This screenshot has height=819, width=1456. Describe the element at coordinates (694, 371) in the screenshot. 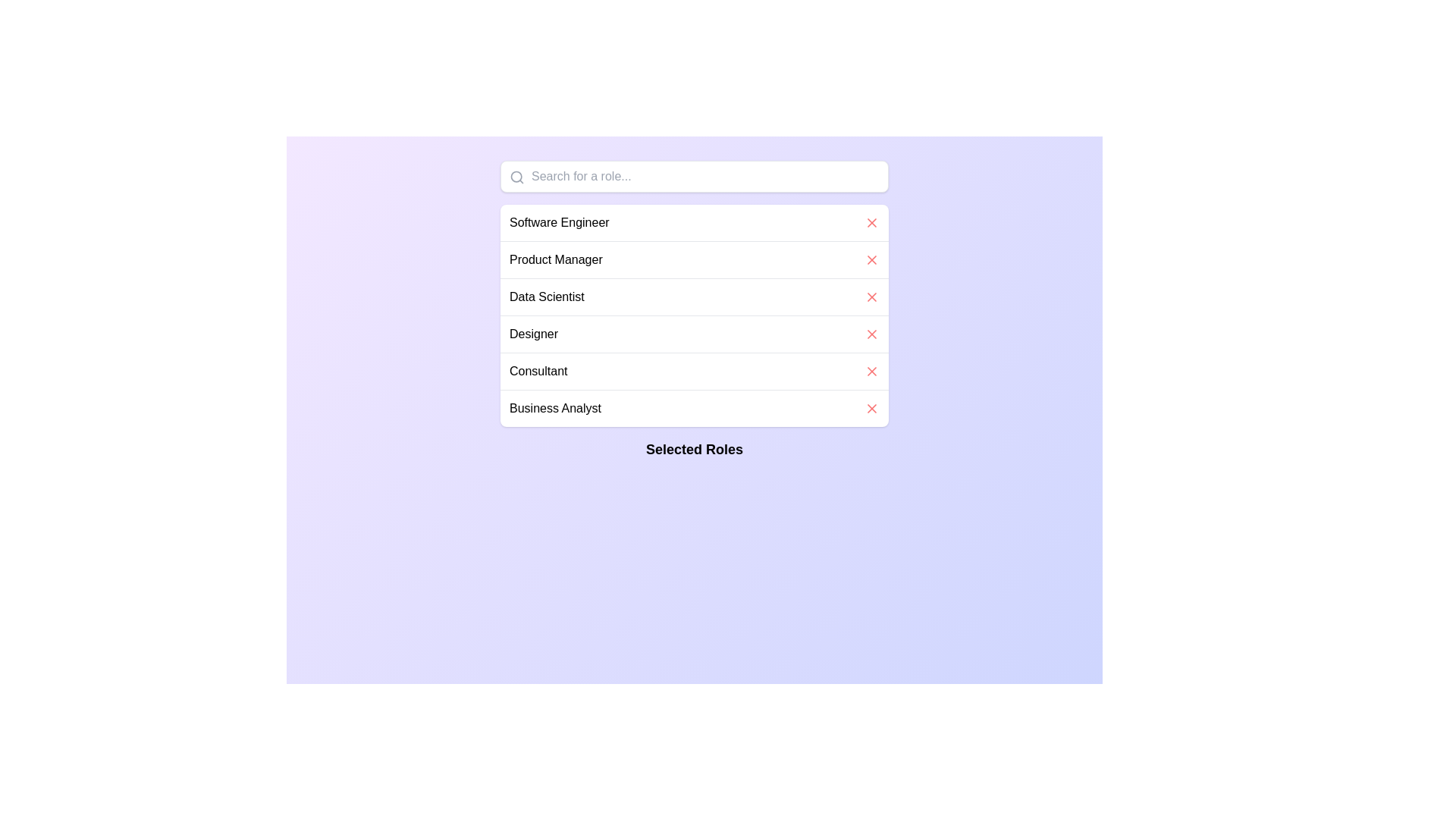

I see `the content of the selectable list item labeled 'Consultant', which is the fifth item in a vertical list` at that location.